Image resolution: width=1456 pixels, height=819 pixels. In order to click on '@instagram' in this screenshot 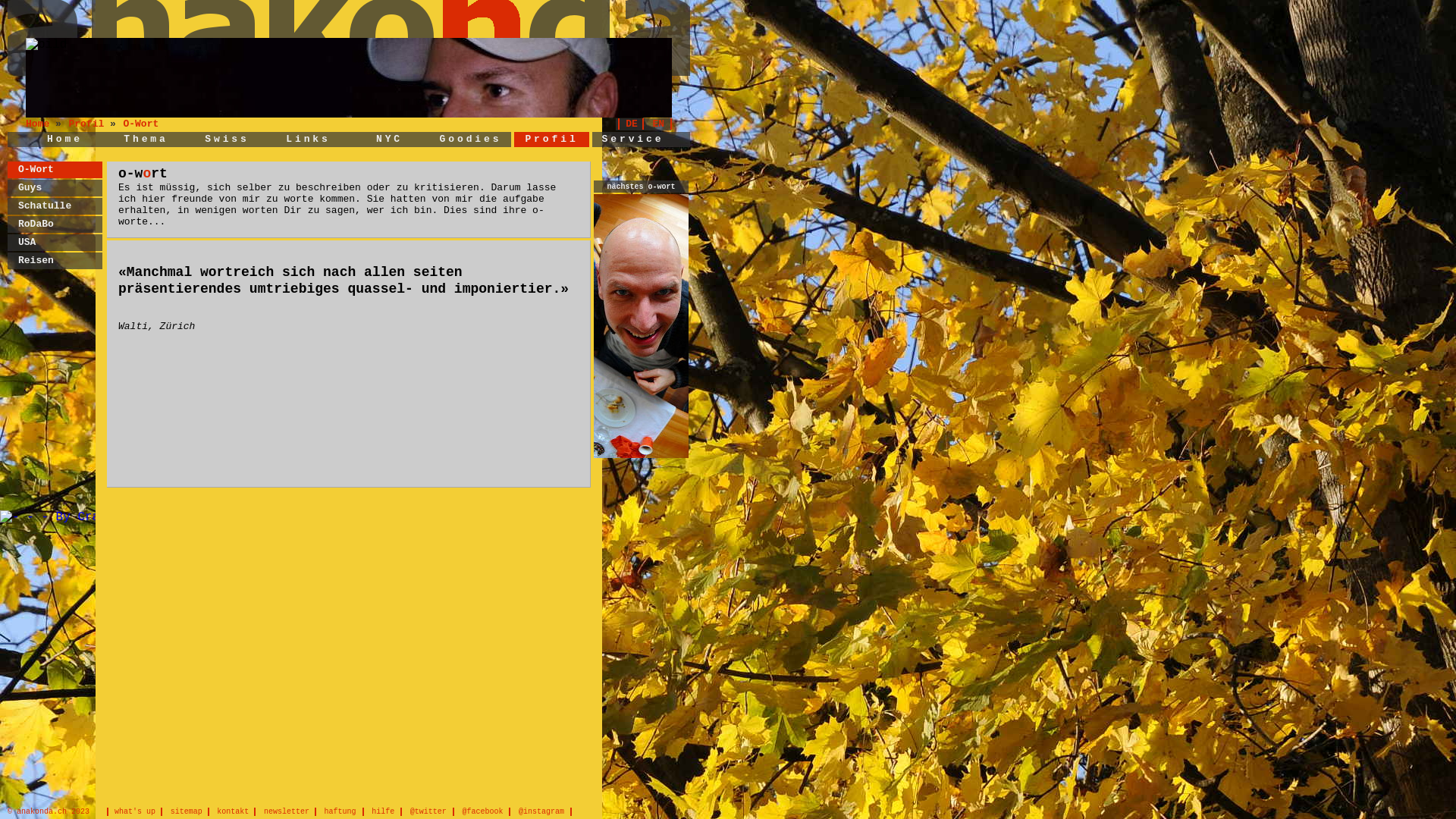, I will do `click(544, 811)`.